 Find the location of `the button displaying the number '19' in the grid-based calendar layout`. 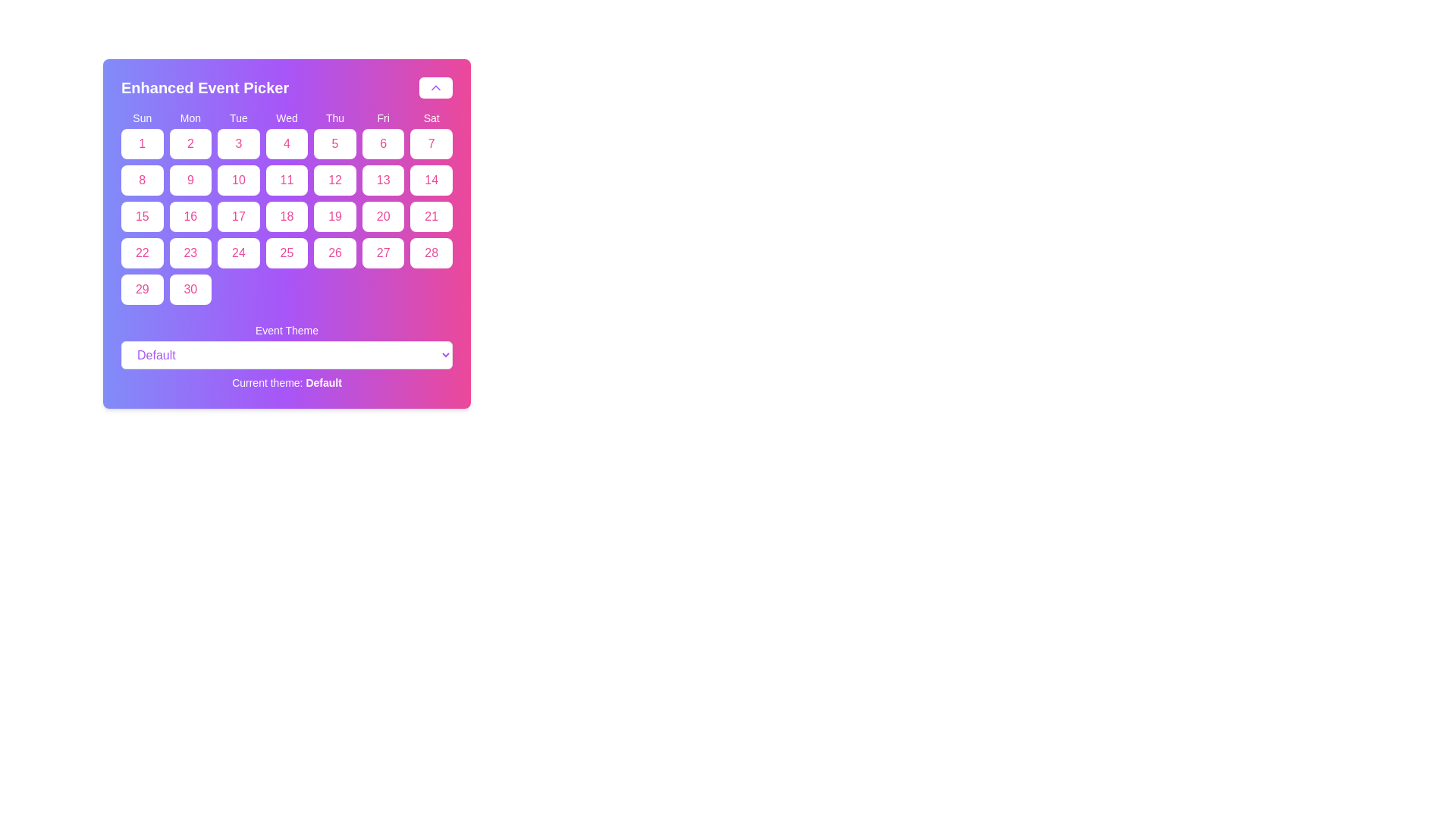

the button displaying the number '19' in the grid-based calendar layout is located at coordinates (334, 216).